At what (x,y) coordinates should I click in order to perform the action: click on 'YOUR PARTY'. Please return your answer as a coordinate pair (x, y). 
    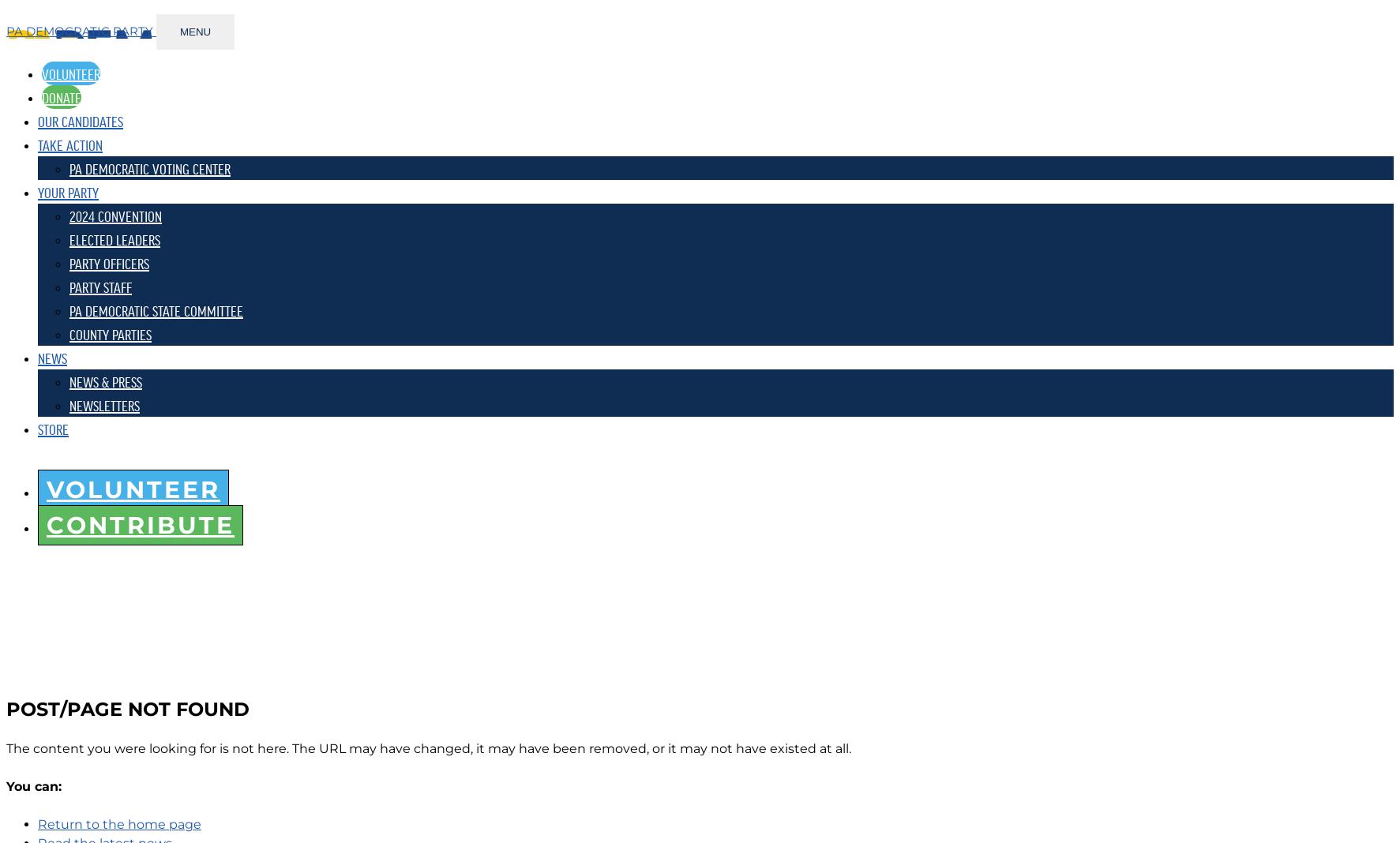
    Looking at the image, I should click on (67, 191).